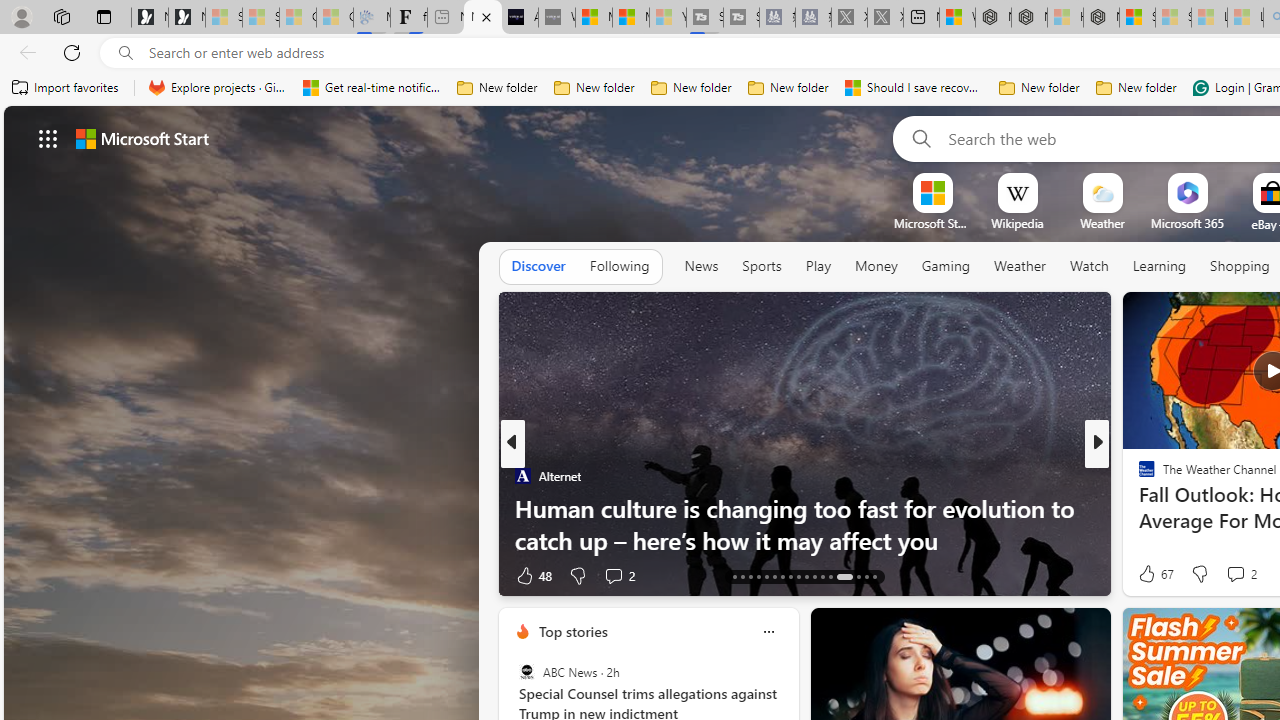  Describe the element at coordinates (1088, 265) in the screenshot. I see `'Watch'` at that location.